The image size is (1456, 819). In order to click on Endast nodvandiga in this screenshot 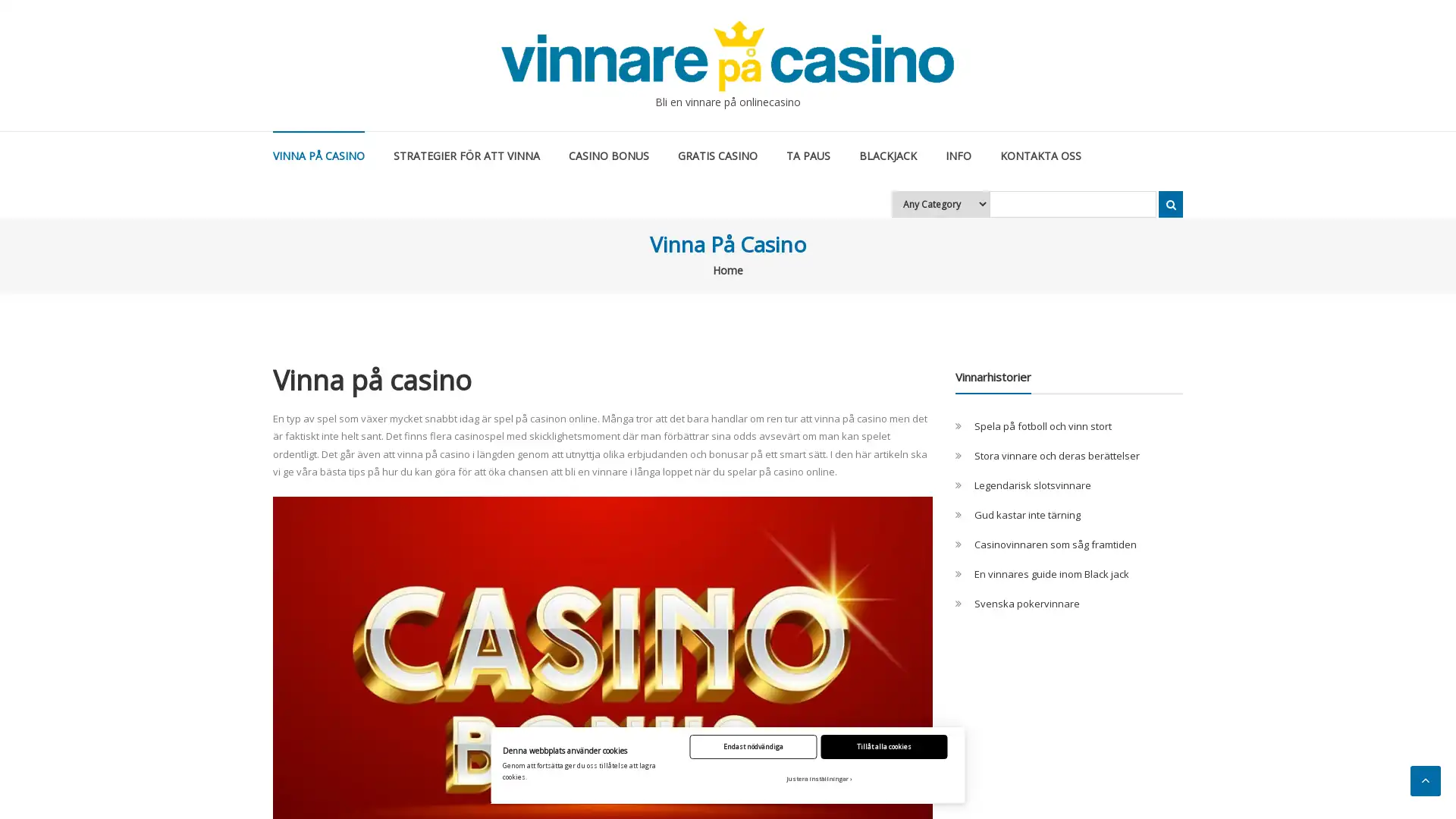, I will do `click(753, 745)`.